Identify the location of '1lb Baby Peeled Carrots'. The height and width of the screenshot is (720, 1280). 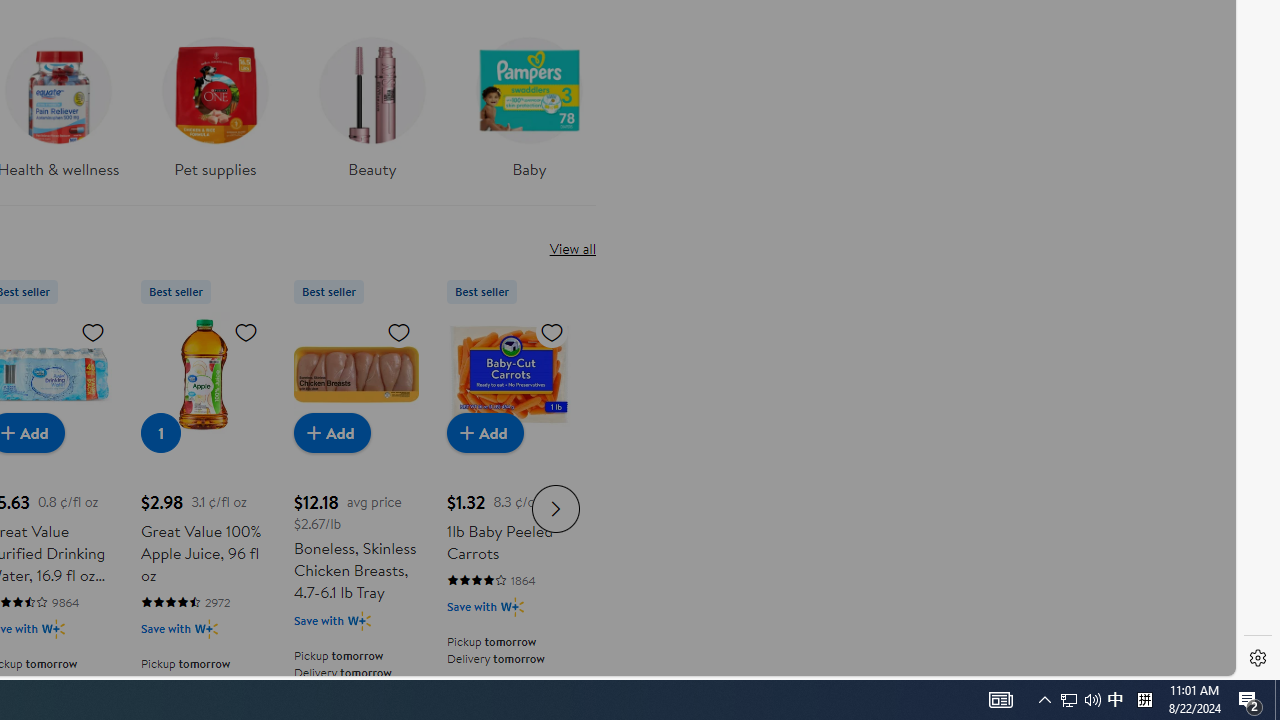
(509, 374).